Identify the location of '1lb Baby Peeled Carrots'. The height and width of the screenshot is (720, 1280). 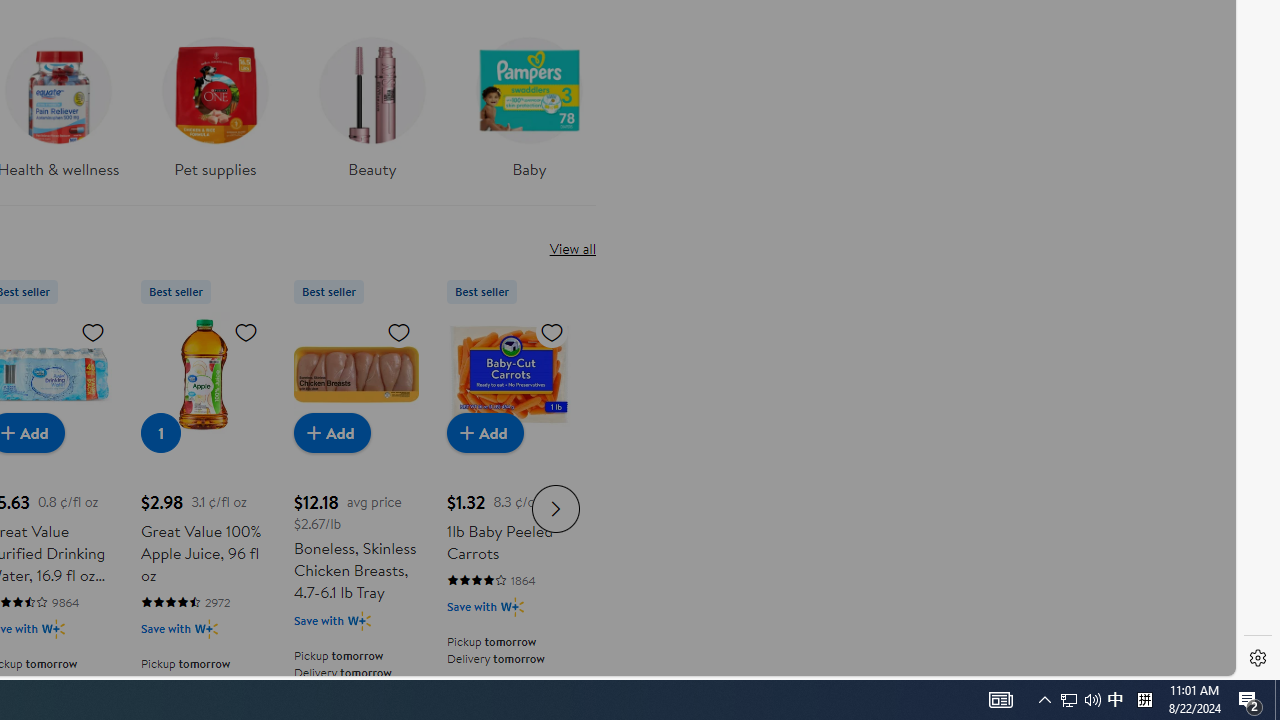
(509, 374).